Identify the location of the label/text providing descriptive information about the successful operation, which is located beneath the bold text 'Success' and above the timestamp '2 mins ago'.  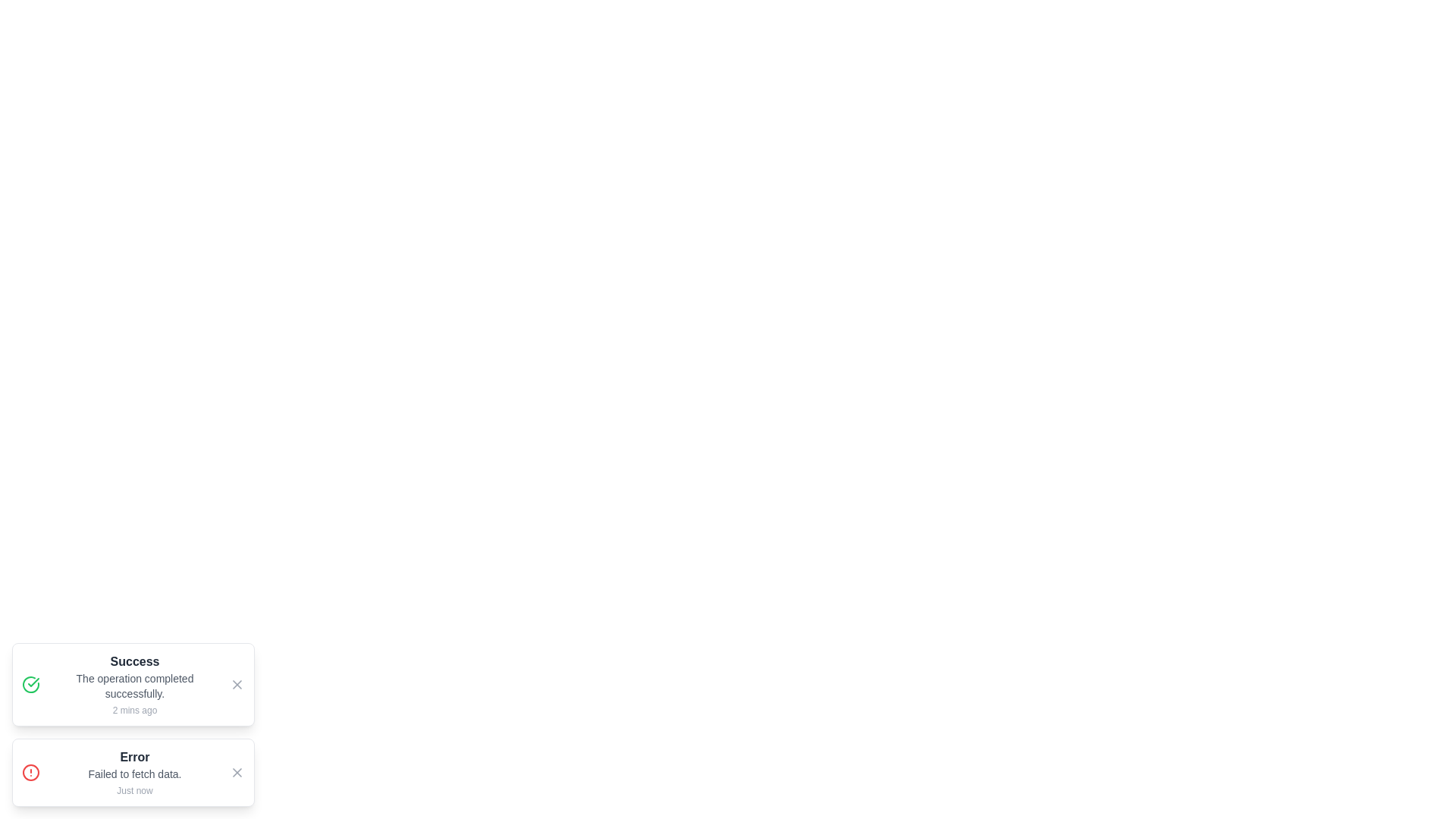
(134, 686).